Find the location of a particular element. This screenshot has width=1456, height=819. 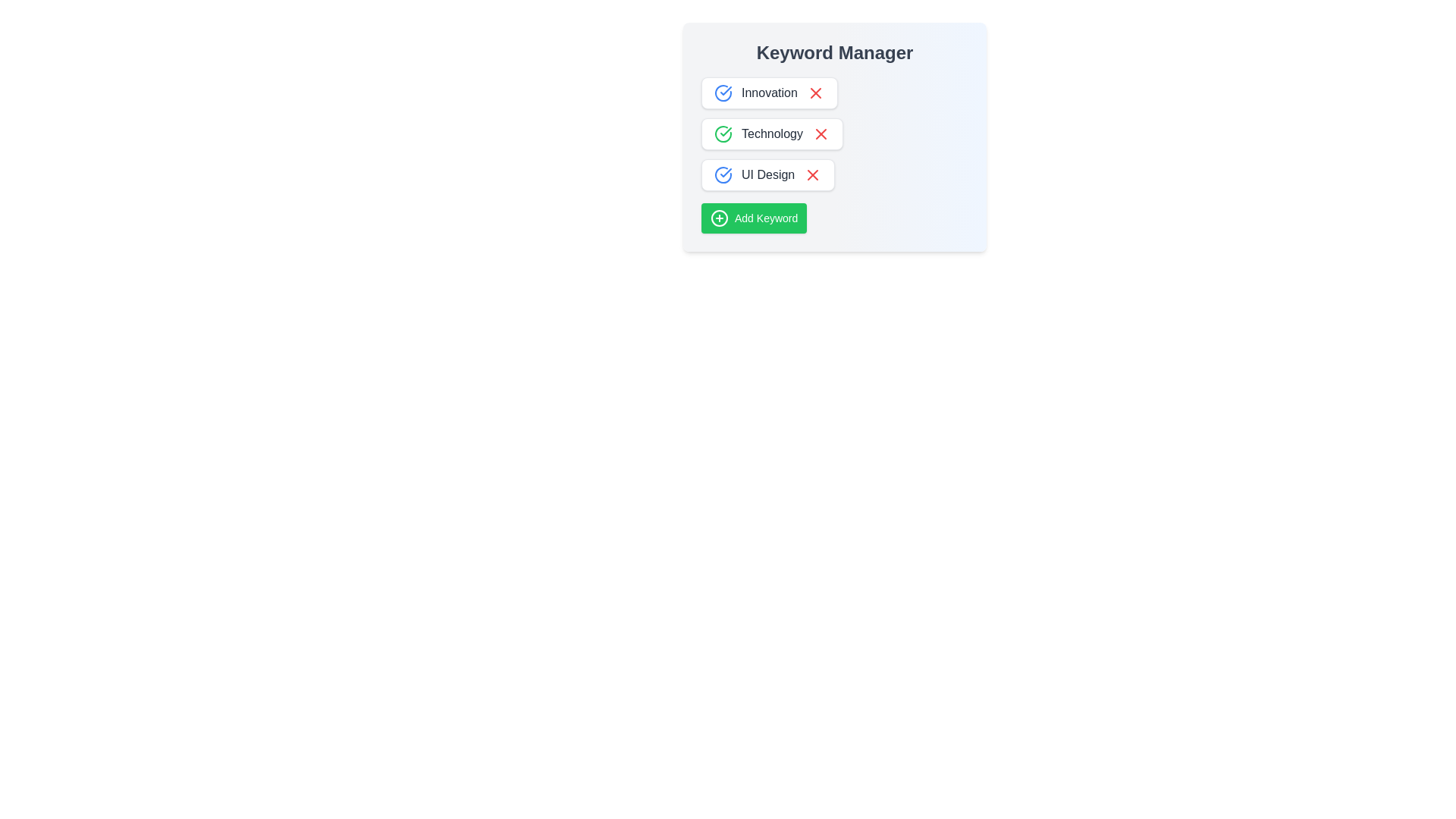

the keyword UI Design from the list by clicking its corresponding remove button is located at coordinates (812, 174).